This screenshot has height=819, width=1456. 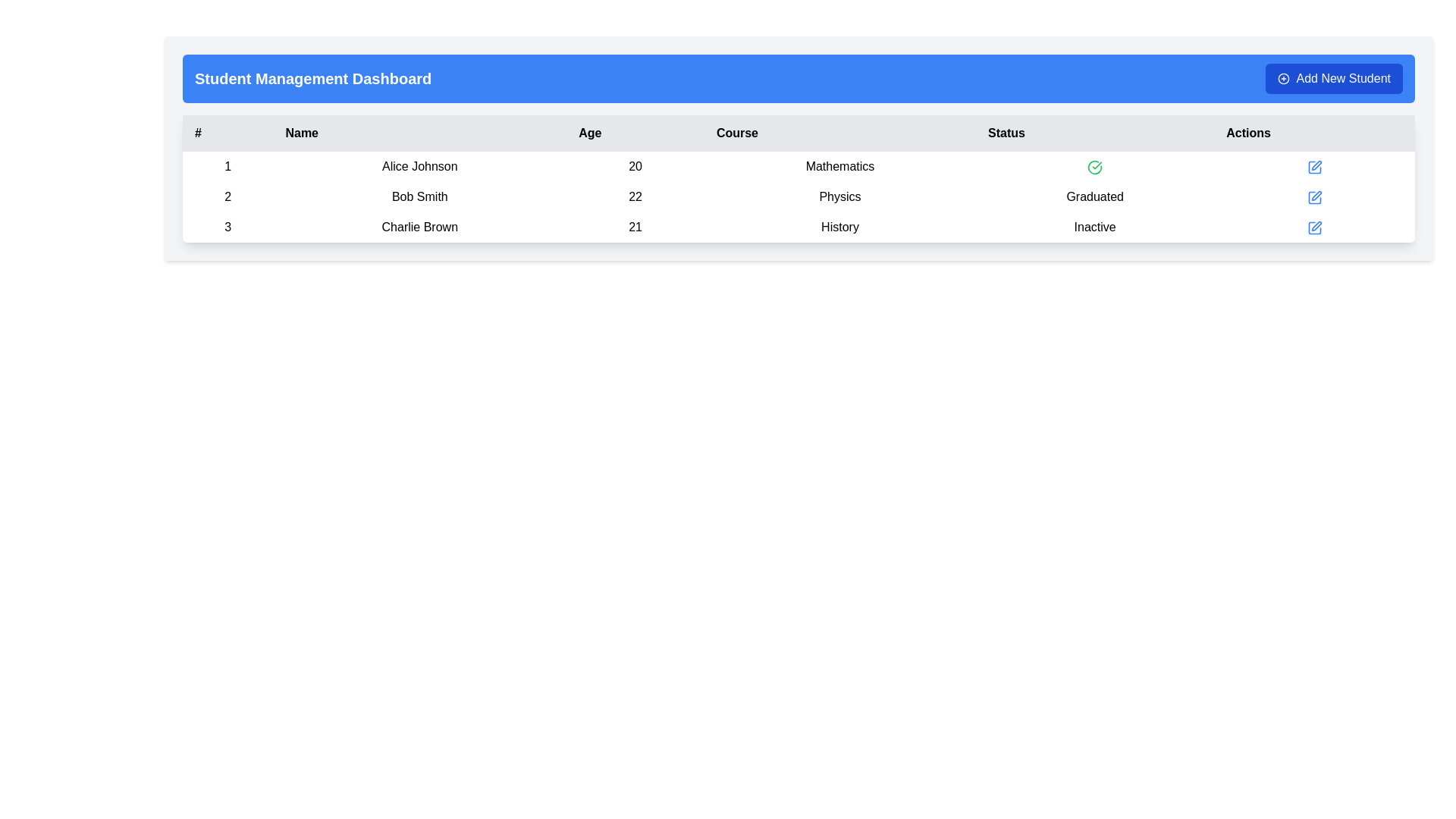 I want to click on the interactive icon located at the far-right of the 'Actions' column in the last row of the table, so click(x=1316, y=226).